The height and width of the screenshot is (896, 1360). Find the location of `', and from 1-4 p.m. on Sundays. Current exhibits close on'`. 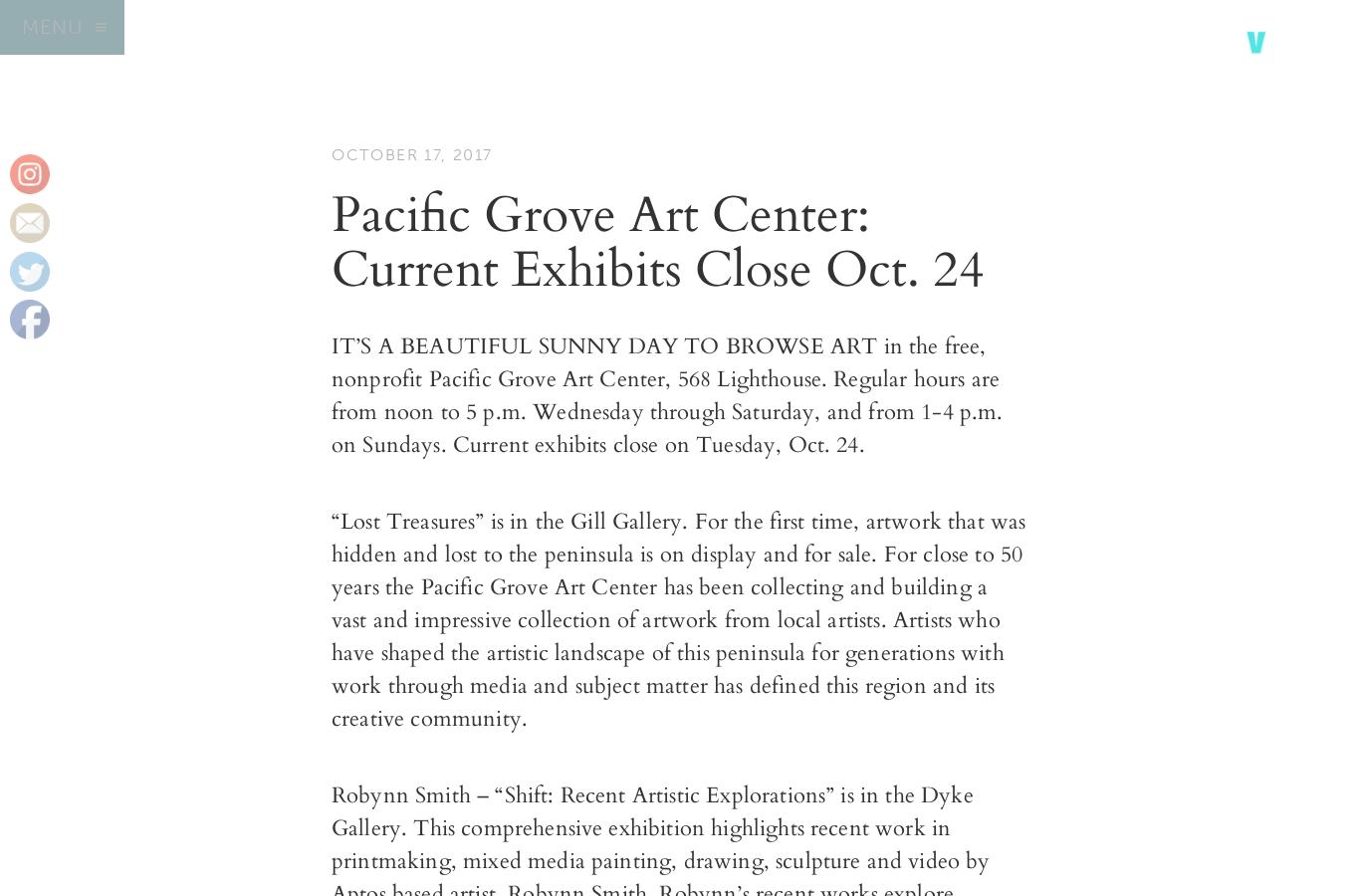

', and from 1-4 p.m. on Sundays. Current exhibits close on' is located at coordinates (666, 428).